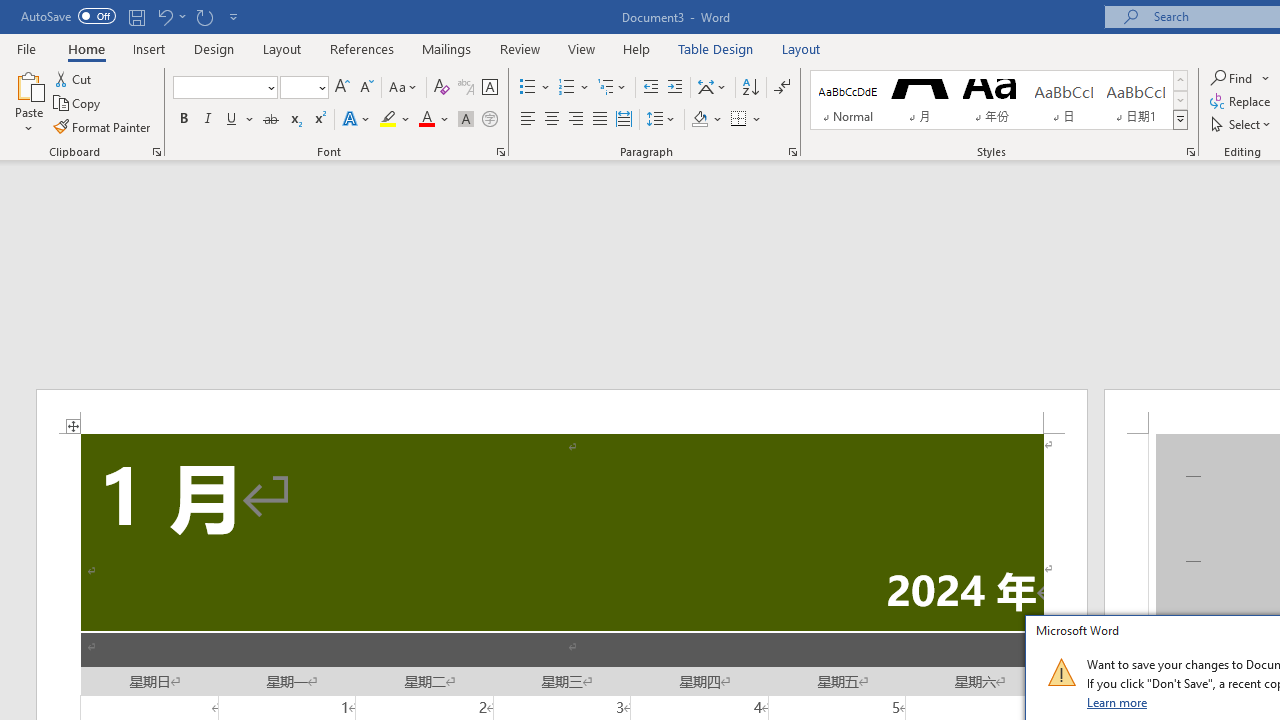 The height and width of the screenshot is (720, 1280). I want to click on 'Character Shading', so click(464, 119).